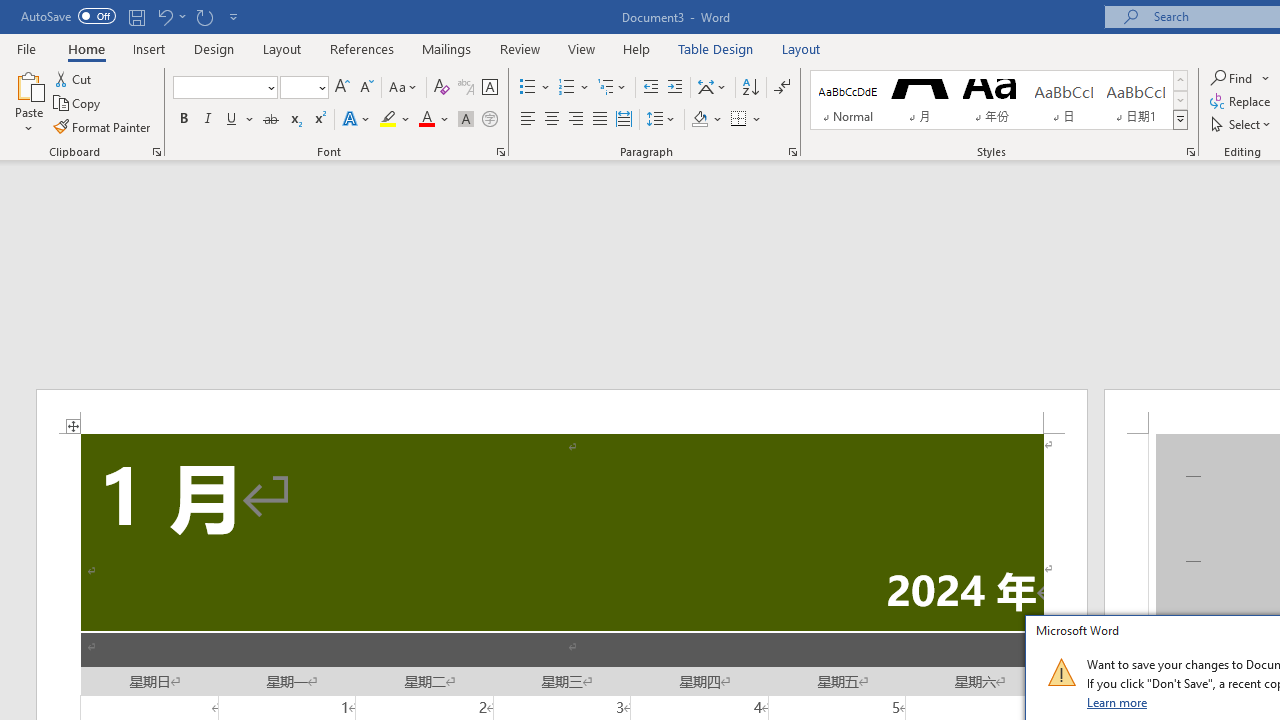 The height and width of the screenshot is (720, 1280). I want to click on 'Character Shading', so click(464, 119).